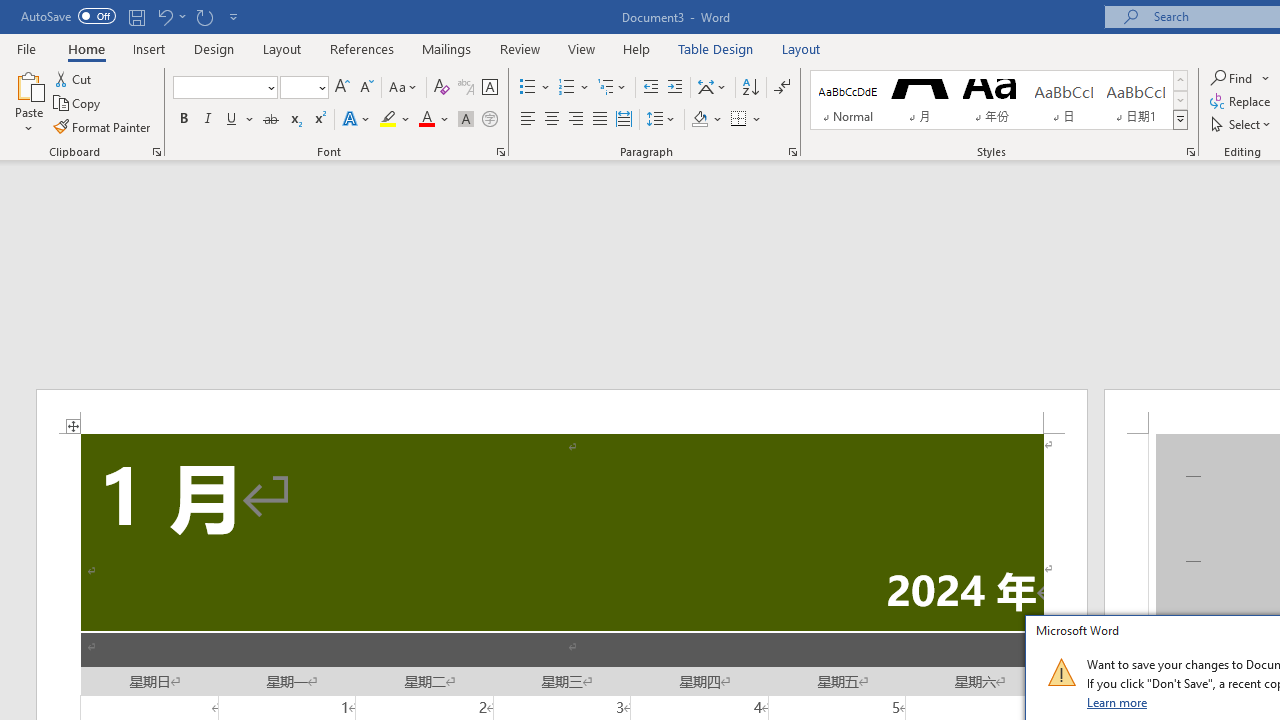 The height and width of the screenshot is (720, 1280). I want to click on 'Character Shading', so click(464, 119).